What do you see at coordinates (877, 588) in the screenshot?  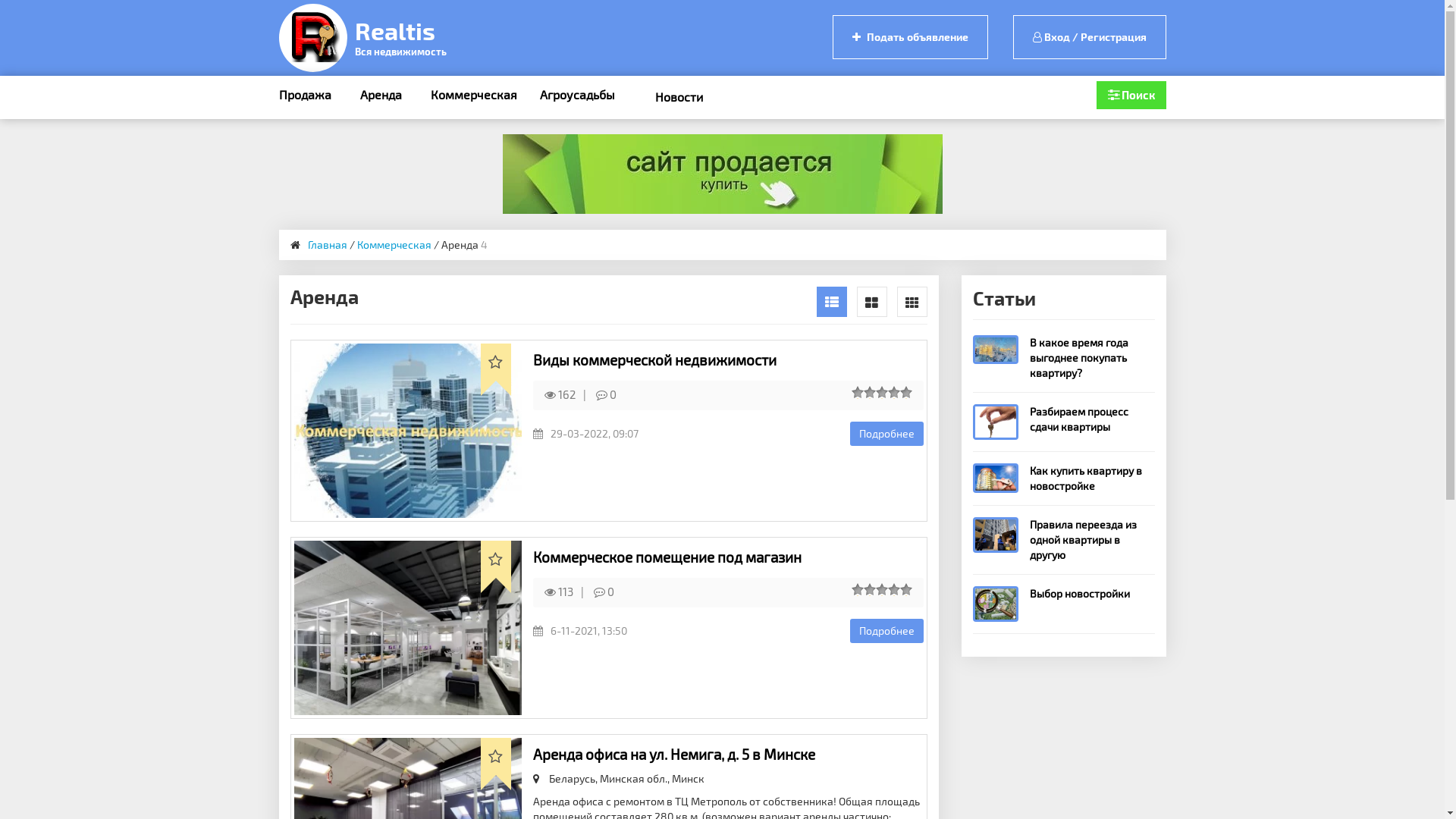 I see `'3'` at bounding box center [877, 588].